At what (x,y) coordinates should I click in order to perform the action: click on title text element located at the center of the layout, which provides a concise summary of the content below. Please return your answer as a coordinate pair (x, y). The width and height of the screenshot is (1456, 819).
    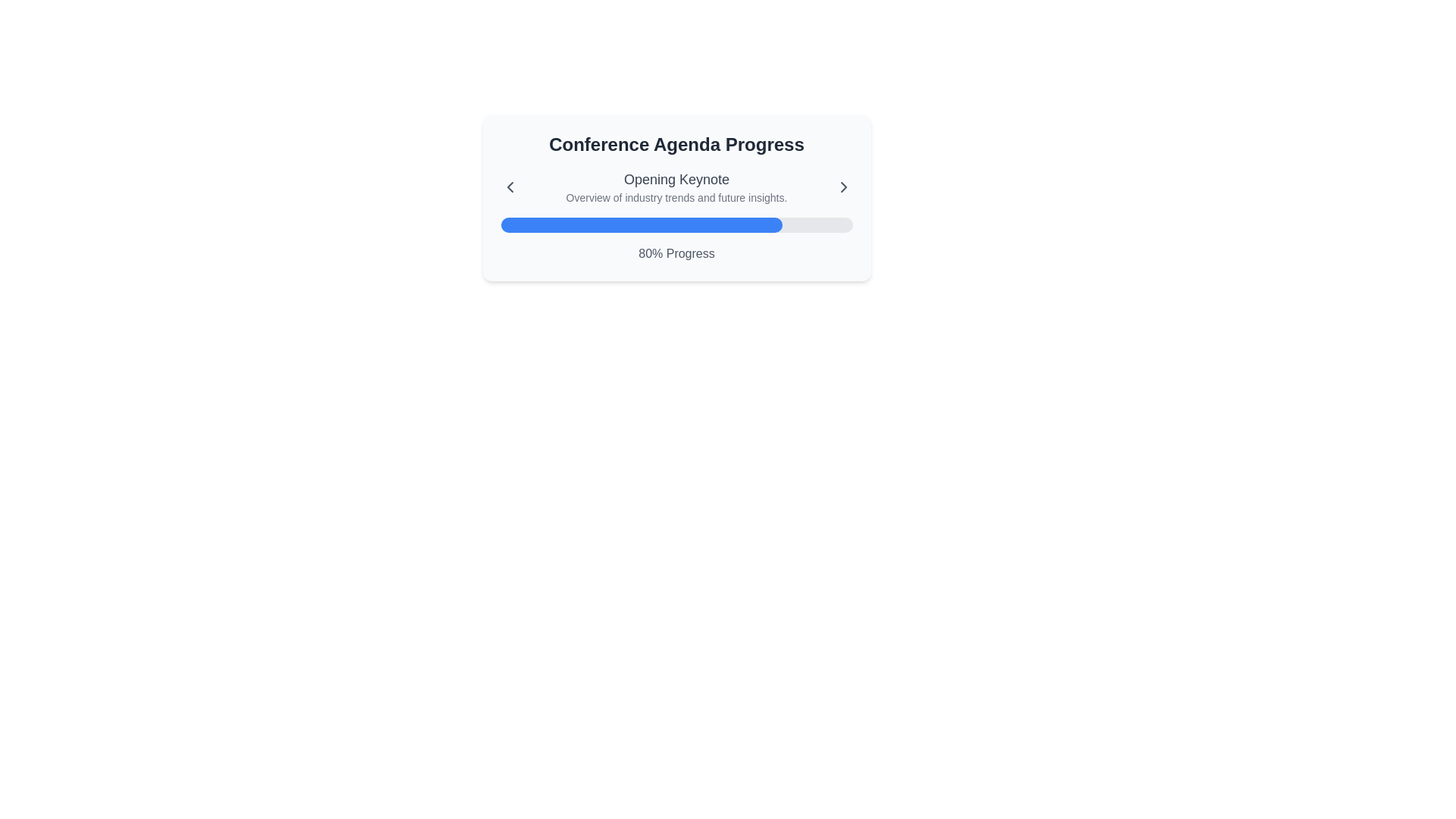
    Looking at the image, I should click on (676, 178).